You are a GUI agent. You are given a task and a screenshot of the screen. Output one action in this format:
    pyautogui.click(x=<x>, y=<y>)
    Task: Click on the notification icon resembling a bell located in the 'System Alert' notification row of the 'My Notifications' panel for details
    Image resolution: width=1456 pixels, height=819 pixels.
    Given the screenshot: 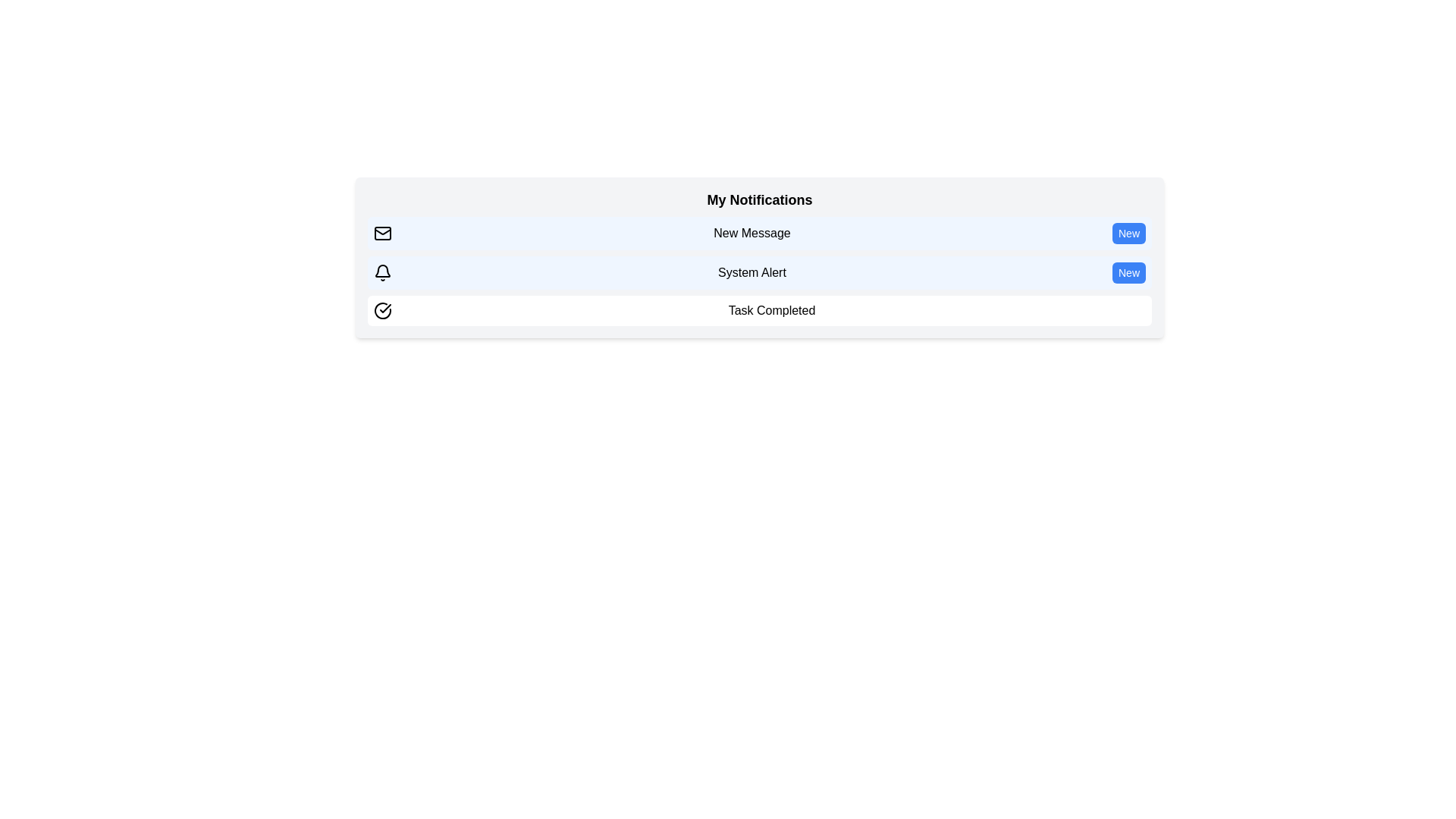 What is the action you would take?
    pyautogui.click(x=382, y=271)
    